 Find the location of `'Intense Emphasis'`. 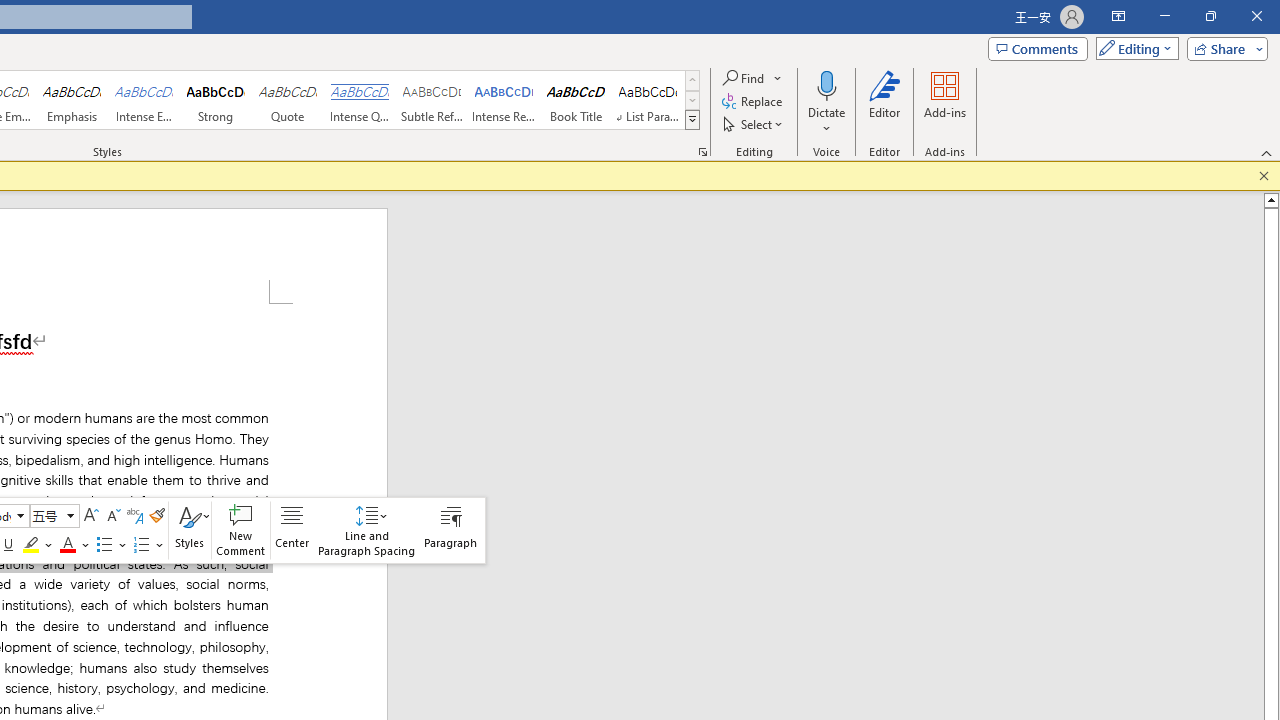

'Intense Emphasis' is located at coordinates (143, 100).